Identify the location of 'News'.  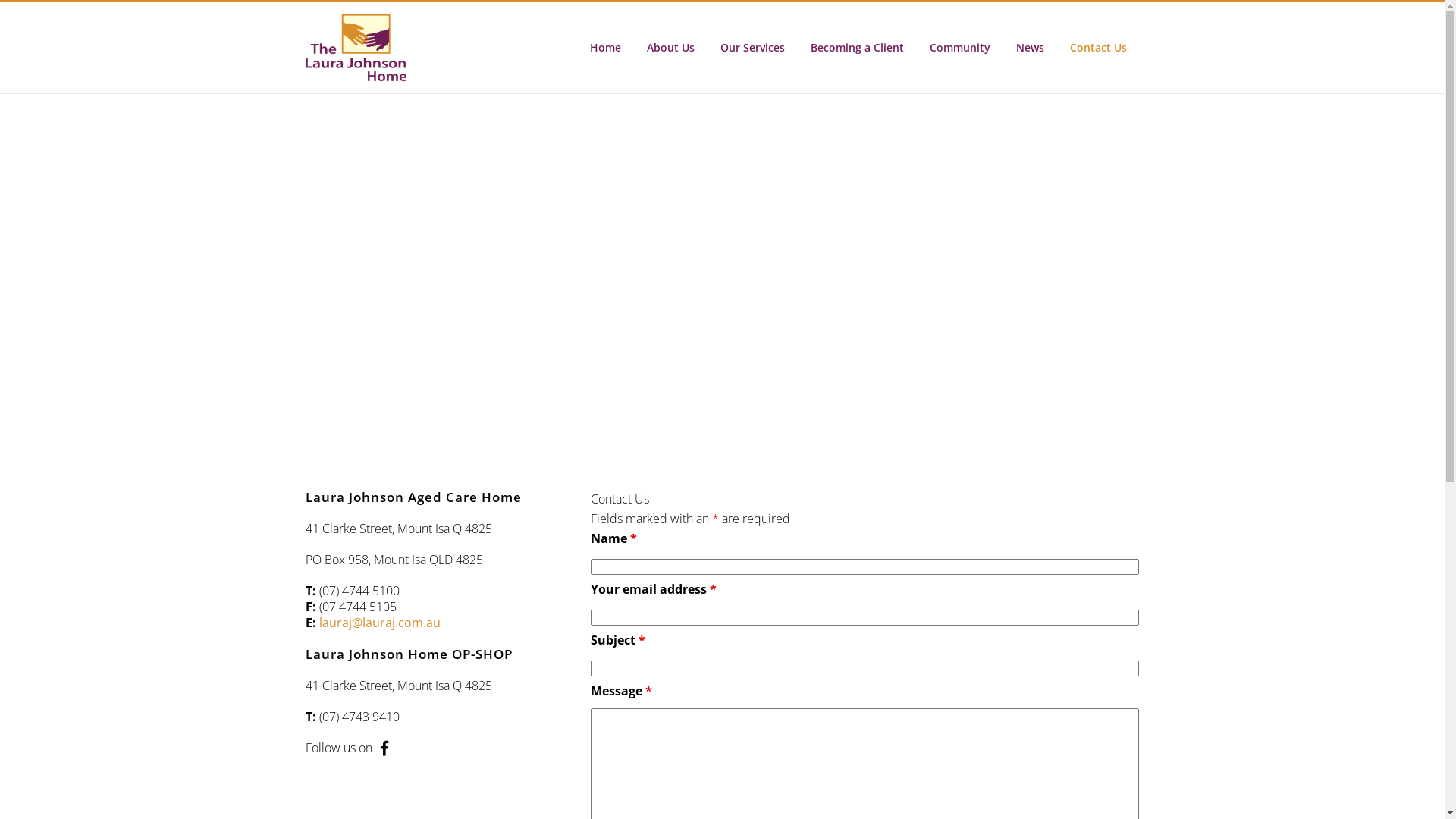
(1002, 46).